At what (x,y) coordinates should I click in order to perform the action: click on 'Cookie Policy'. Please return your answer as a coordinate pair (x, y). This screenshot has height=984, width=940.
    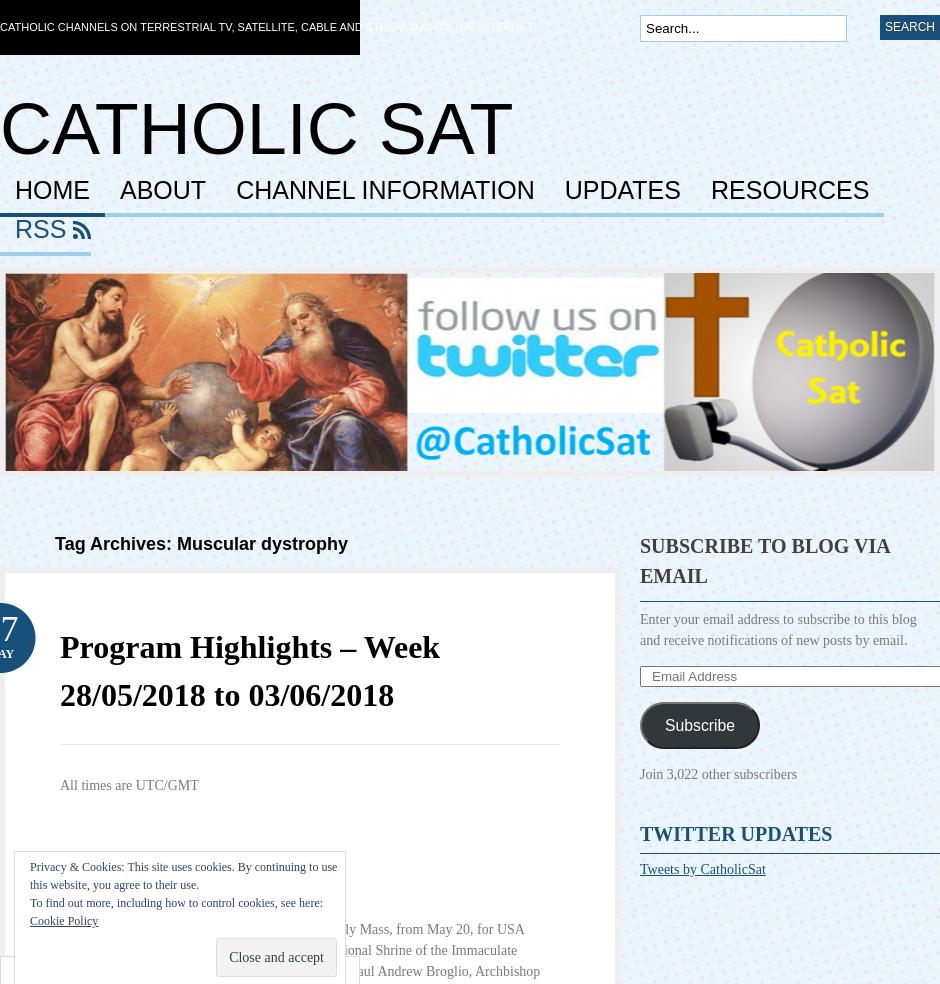
    Looking at the image, I should click on (63, 921).